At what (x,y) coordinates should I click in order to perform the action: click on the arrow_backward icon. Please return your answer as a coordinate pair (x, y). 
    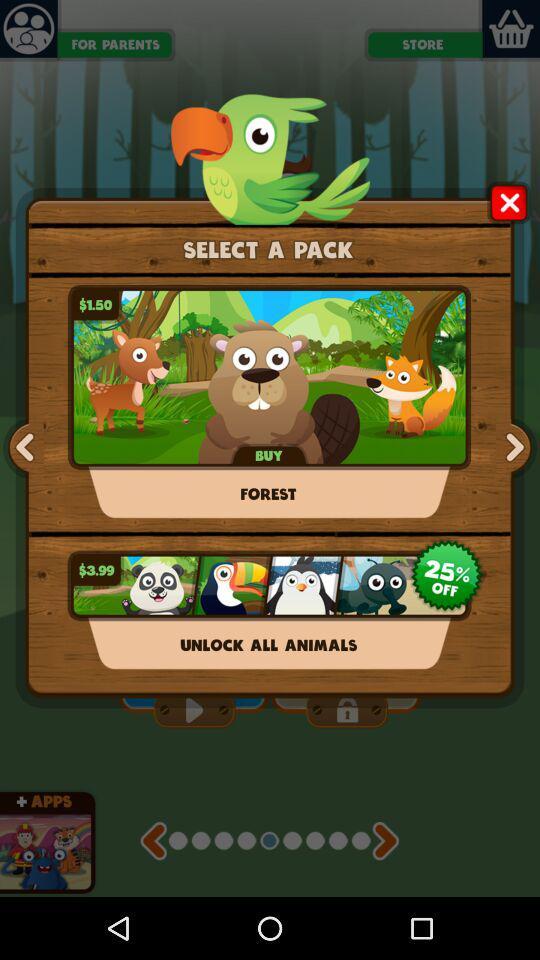
    Looking at the image, I should click on (26, 480).